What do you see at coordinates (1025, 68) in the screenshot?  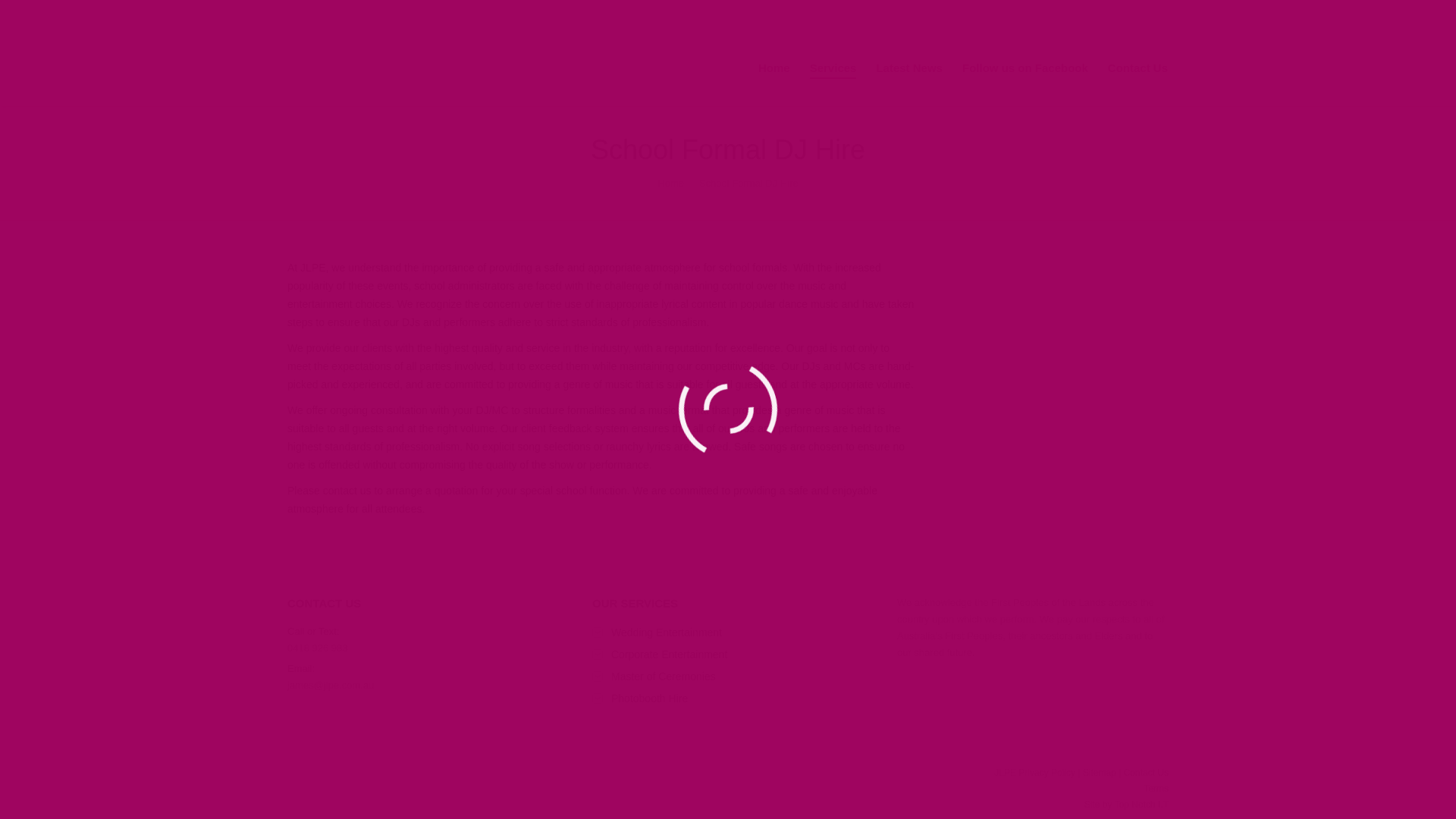 I see `'Follow us on Facebook'` at bounding box center [1025, 68].